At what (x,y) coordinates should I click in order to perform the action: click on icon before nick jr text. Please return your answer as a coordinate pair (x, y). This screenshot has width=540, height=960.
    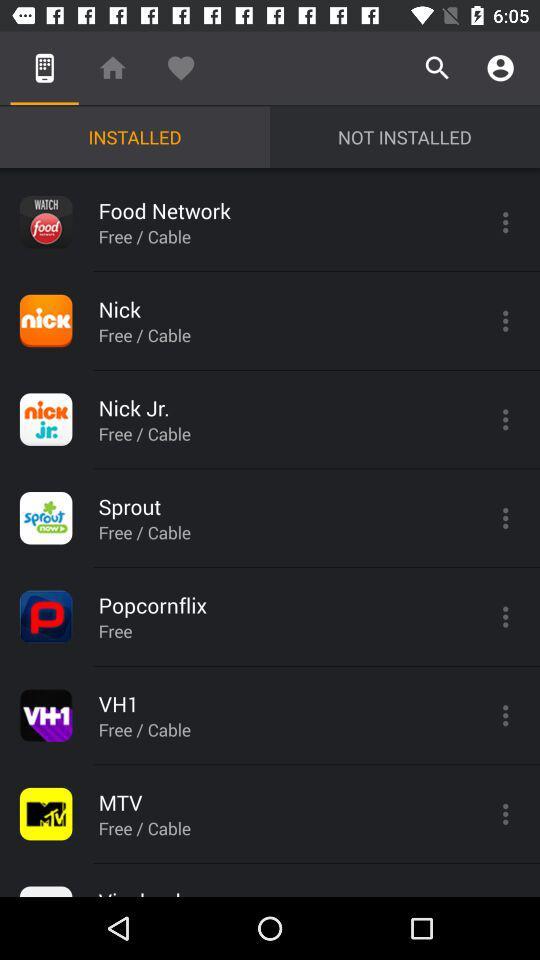
    Looking at the image, I should click on (46, 418).